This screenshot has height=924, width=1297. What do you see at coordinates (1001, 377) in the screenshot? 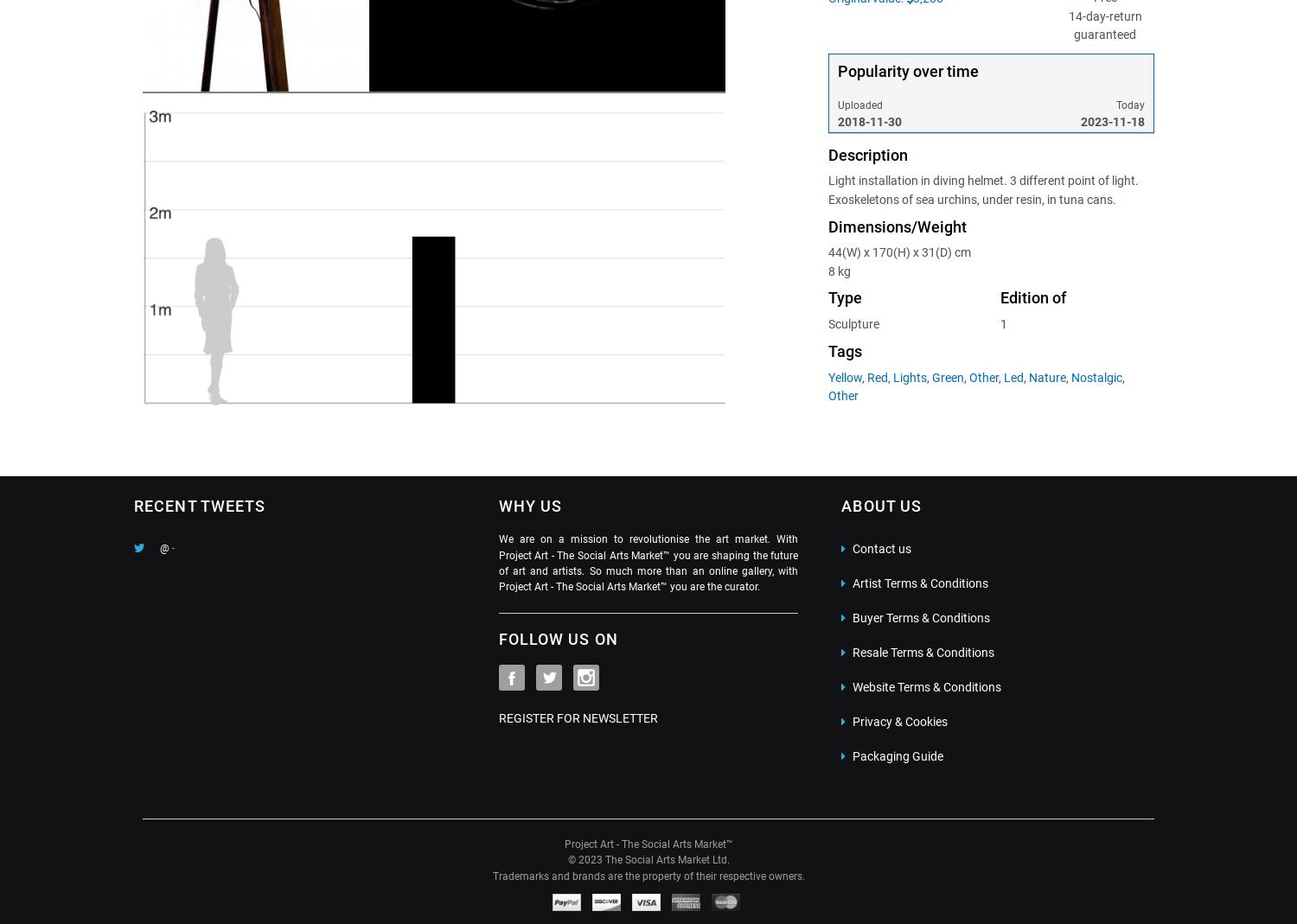
I see `'Led'` at bounding box center [1001, 377].